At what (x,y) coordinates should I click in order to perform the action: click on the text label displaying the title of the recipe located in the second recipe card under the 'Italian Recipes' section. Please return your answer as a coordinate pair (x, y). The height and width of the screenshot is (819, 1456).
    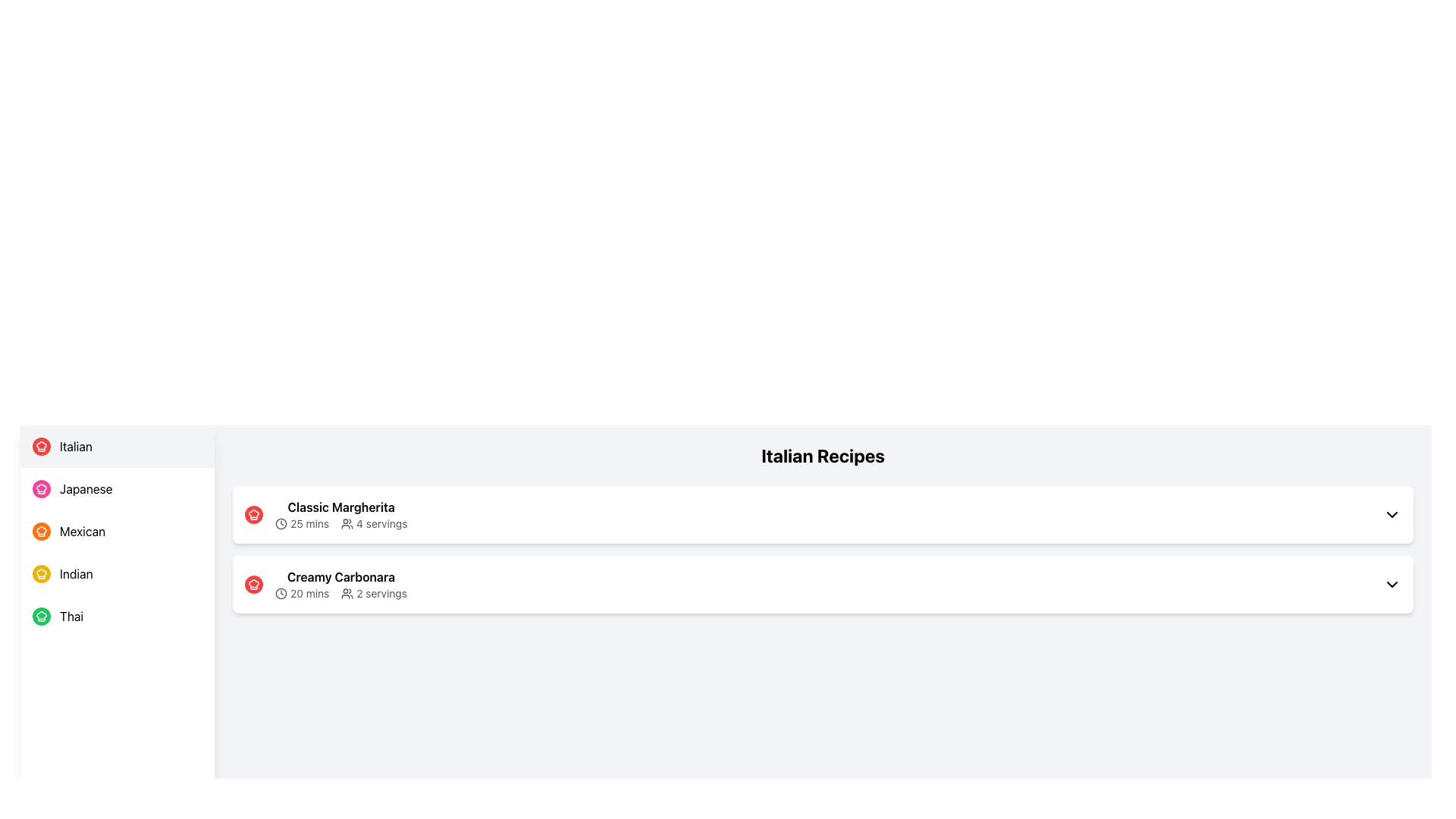
    Looking at the image, I should click on (340, 576).